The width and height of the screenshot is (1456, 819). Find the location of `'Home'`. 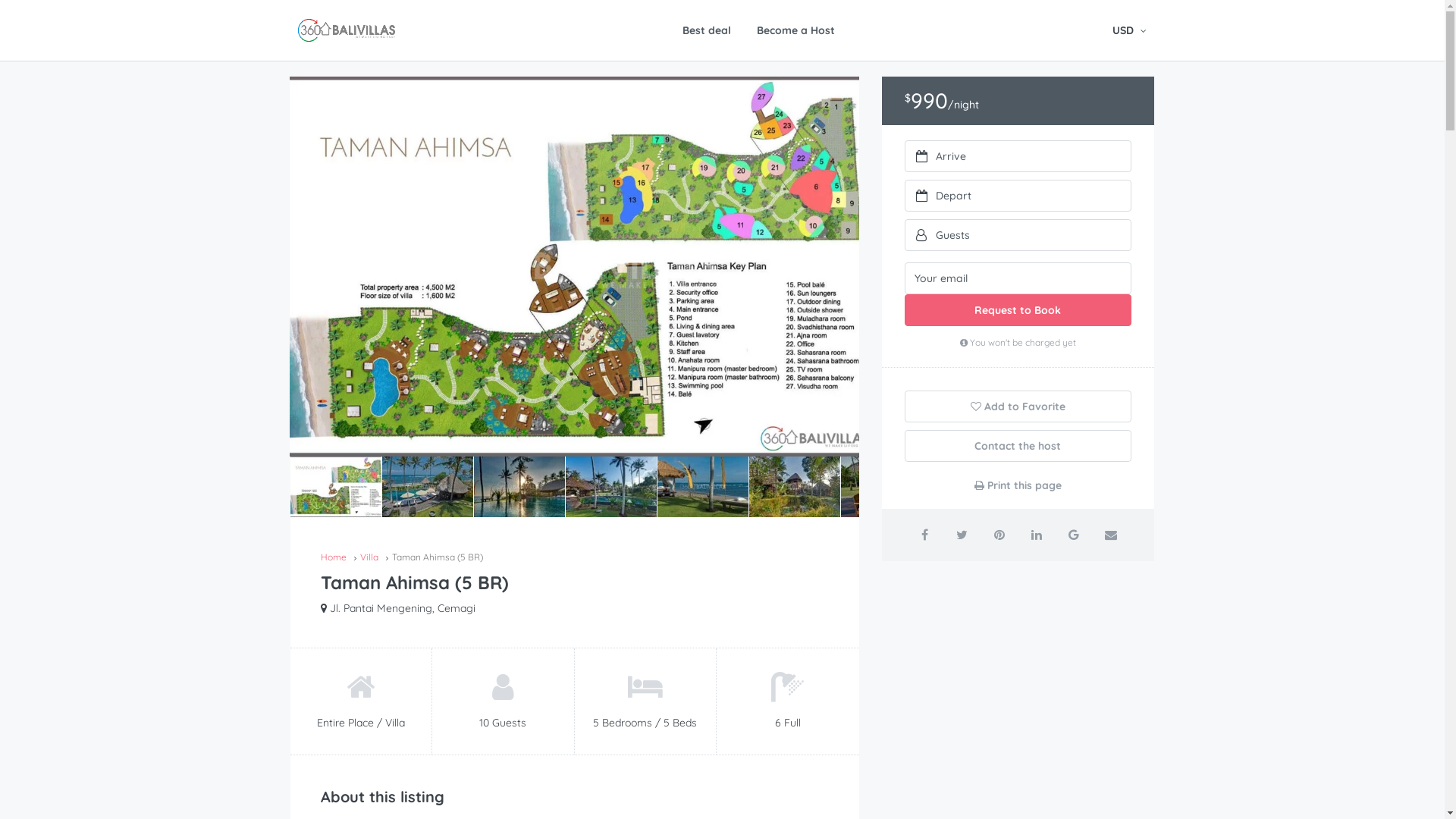

'Home' is located at coordinates (331, 557).